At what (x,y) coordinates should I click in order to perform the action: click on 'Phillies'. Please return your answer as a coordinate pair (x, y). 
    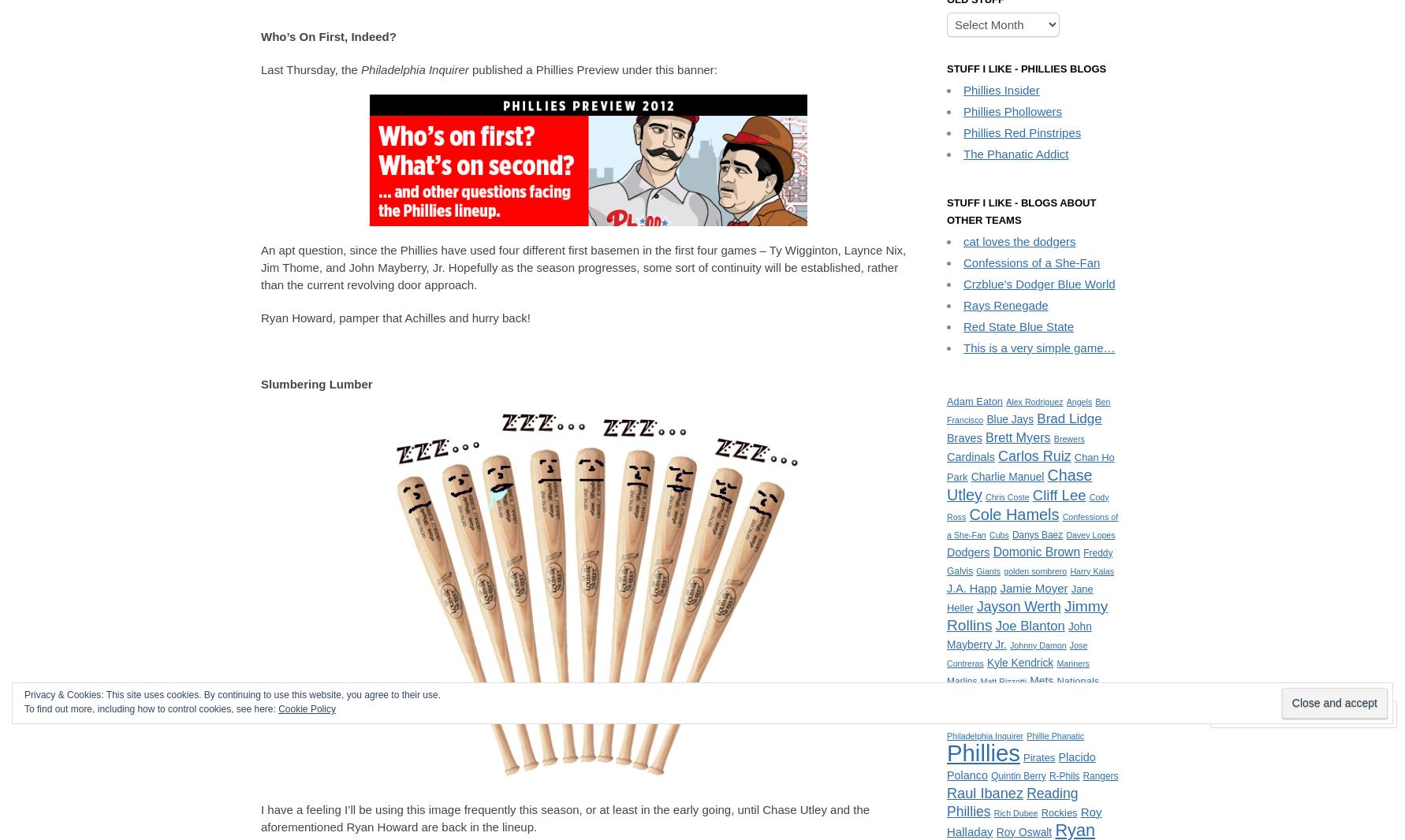
    Looking at the image, I should click on (982, 752).